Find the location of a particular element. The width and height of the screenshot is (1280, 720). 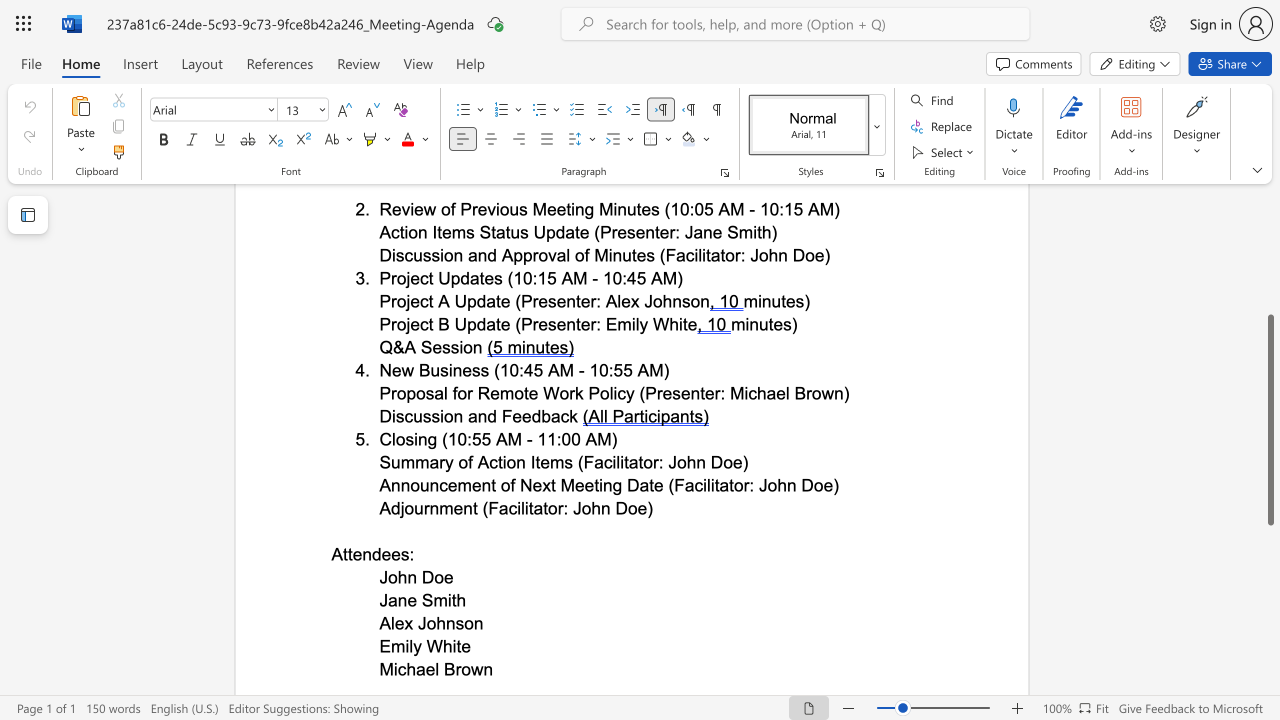

the 1th character "l" in the text is located at coordinates (436, 669).